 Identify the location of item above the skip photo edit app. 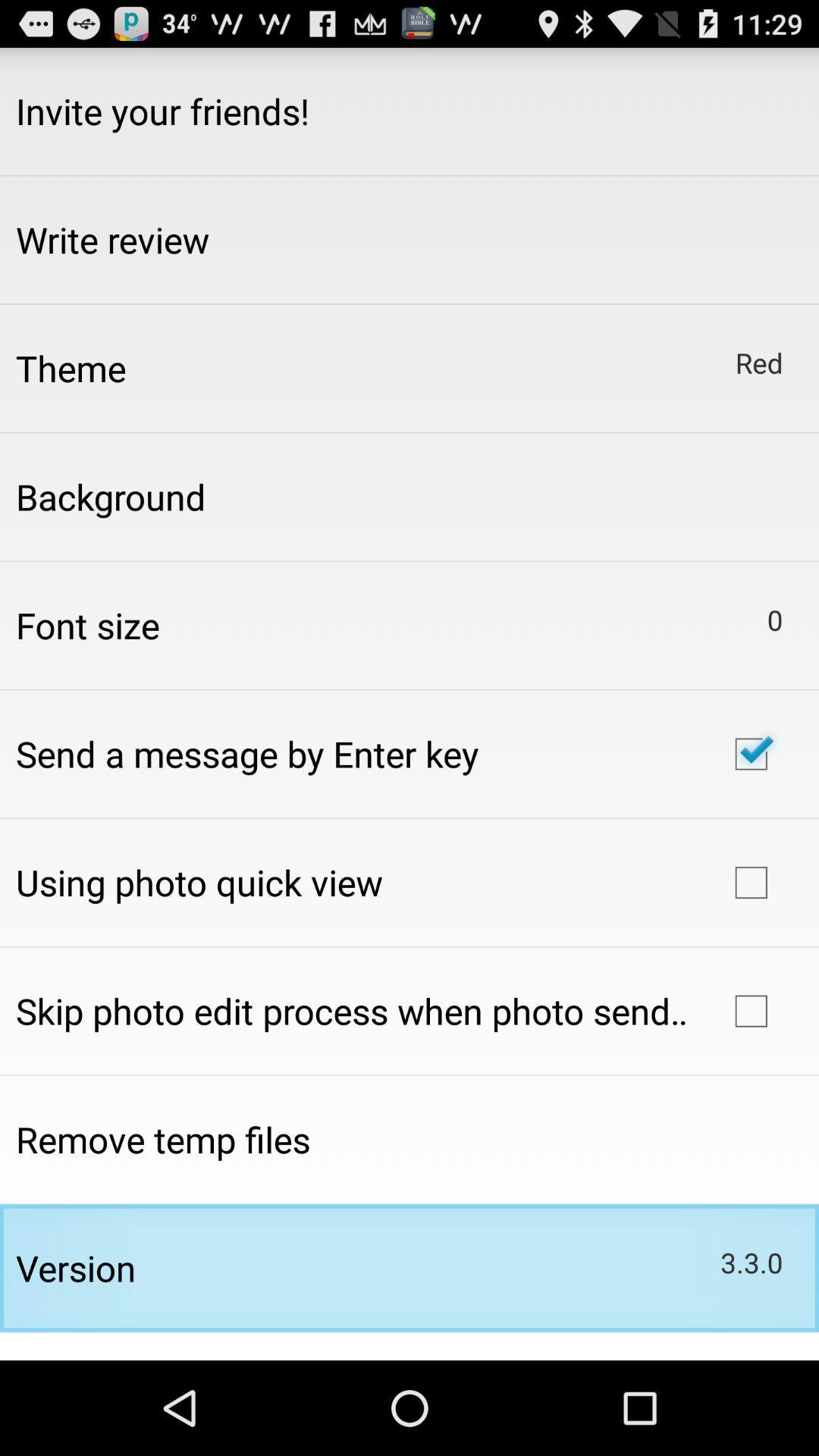
(198, 882).